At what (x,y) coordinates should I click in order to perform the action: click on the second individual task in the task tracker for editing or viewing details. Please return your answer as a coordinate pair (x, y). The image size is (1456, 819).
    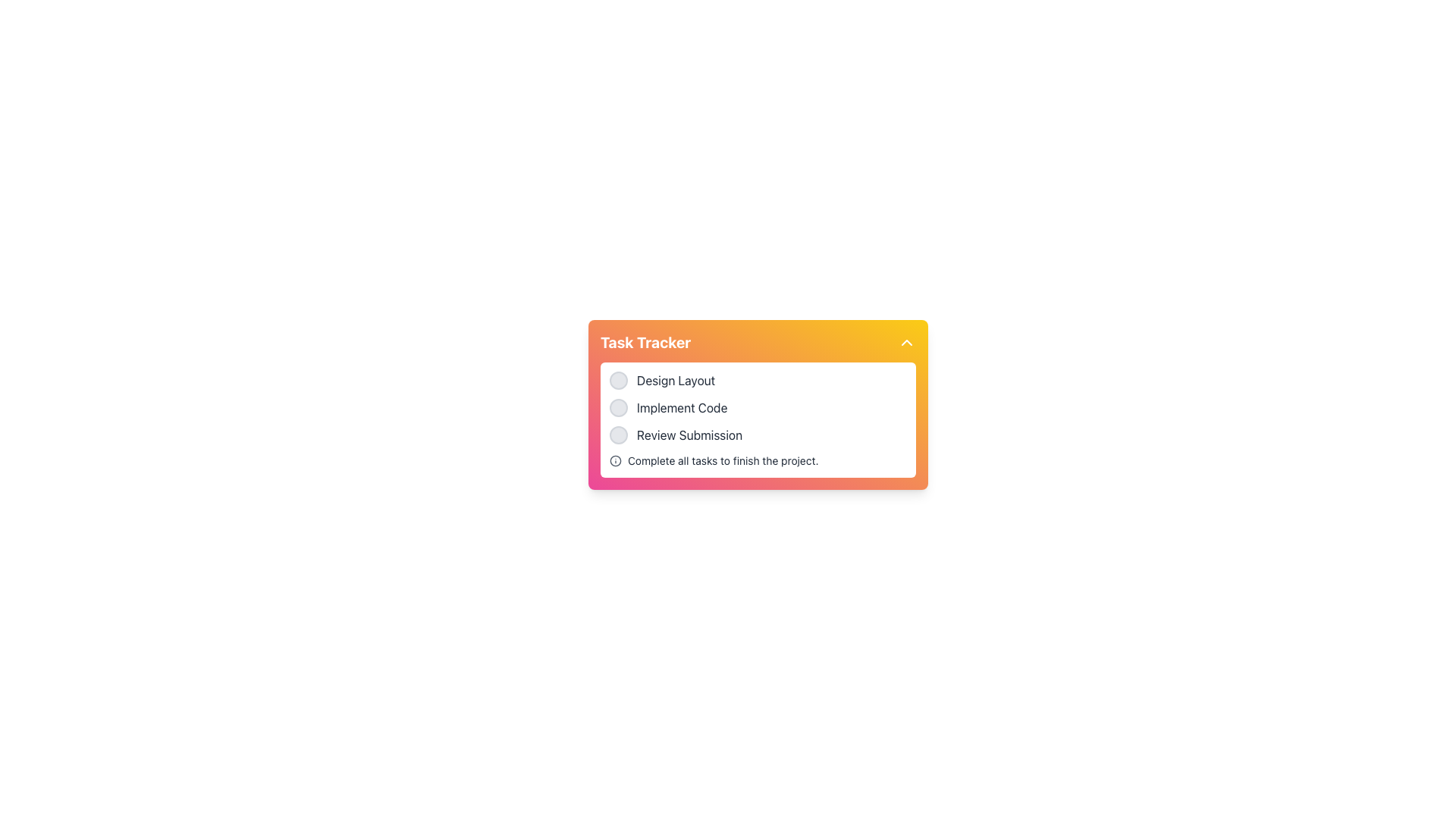
    Looking at the image, I should click on (758, 406).